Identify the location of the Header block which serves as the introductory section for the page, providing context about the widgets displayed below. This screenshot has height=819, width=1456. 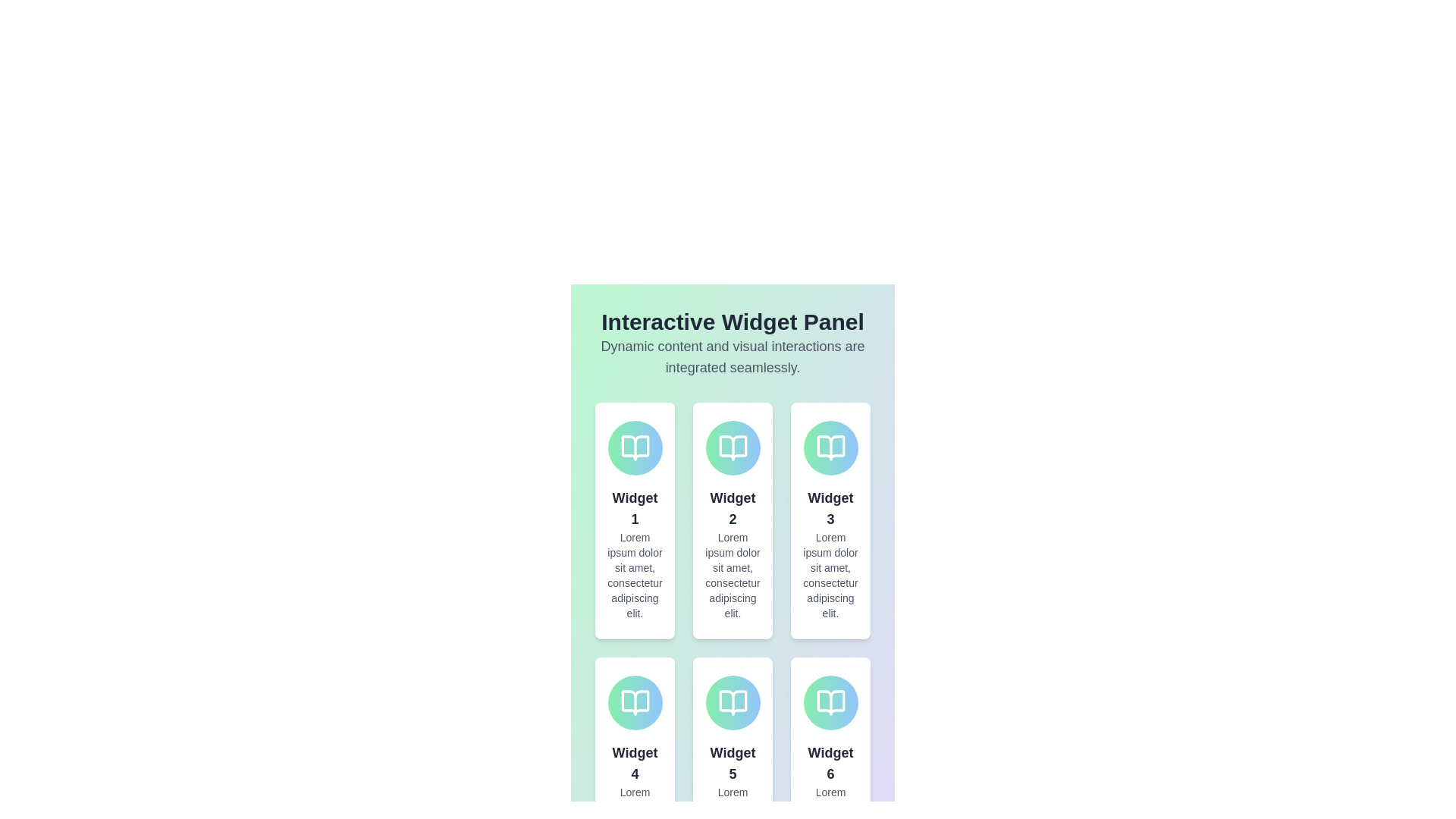
(733, 343).